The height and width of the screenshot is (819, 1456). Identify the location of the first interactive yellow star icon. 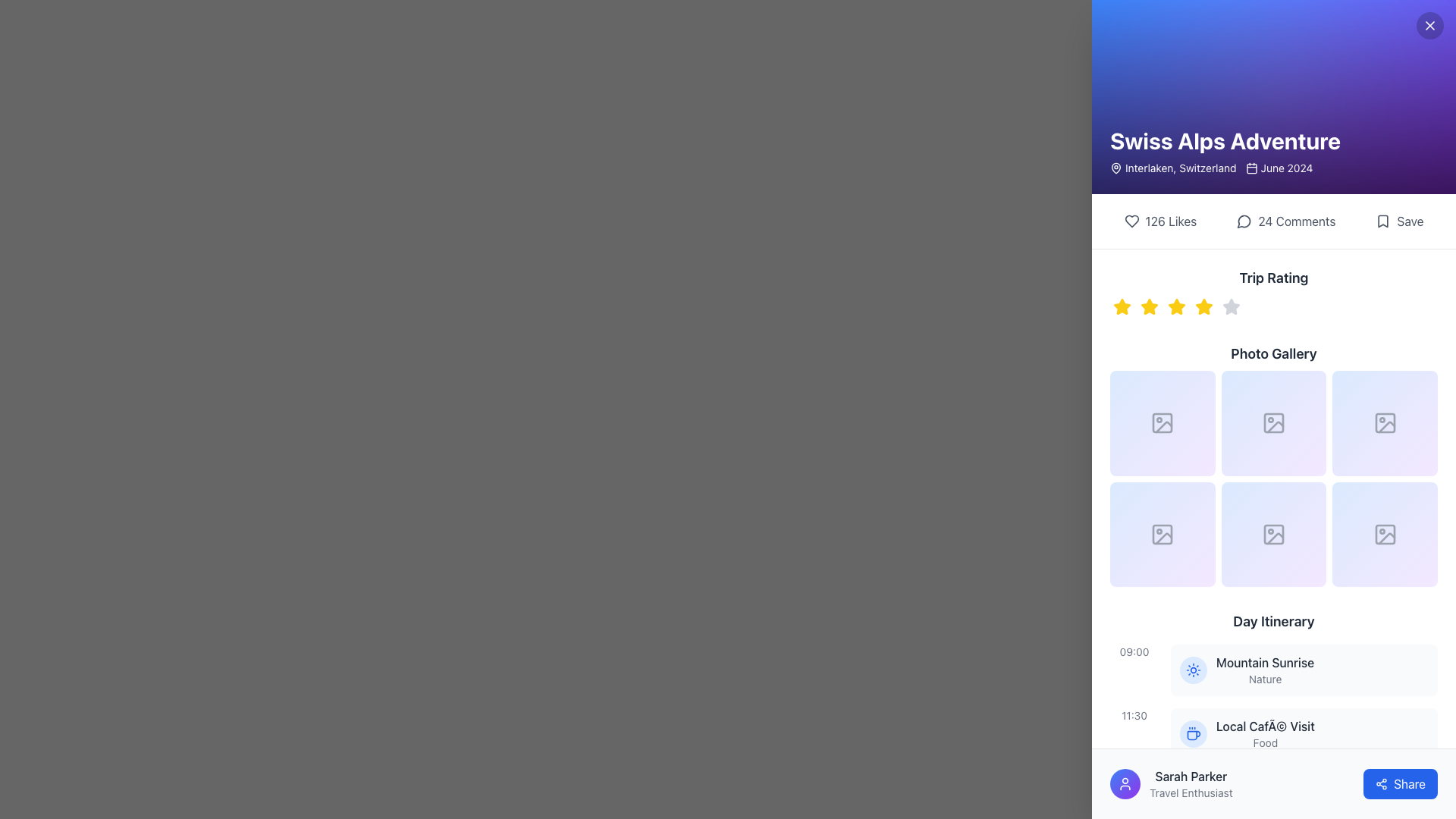
(1122, 307).